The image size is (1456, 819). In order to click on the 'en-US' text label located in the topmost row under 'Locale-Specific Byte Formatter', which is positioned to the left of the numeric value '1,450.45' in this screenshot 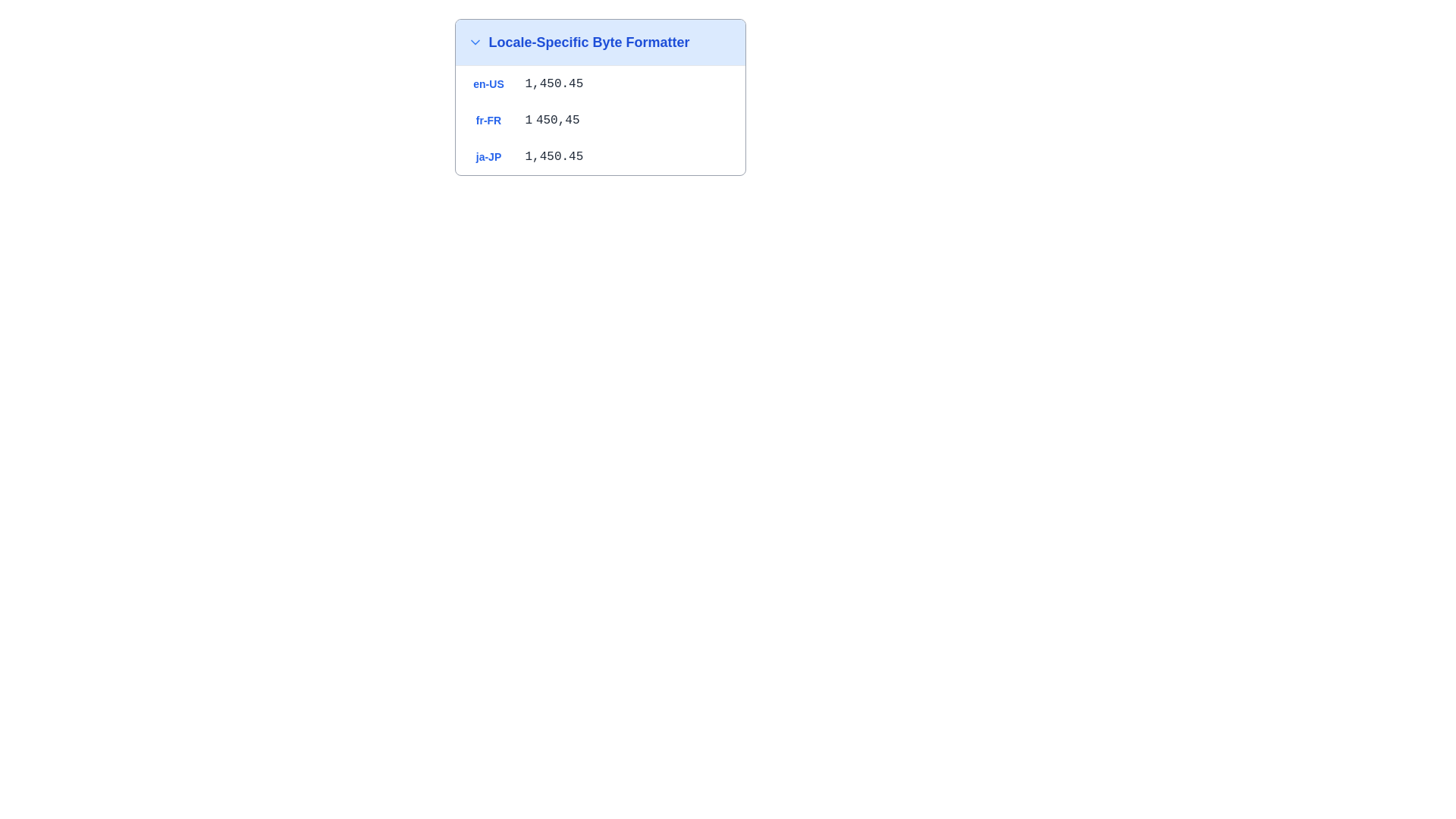, I will do `click(488, 84)`.